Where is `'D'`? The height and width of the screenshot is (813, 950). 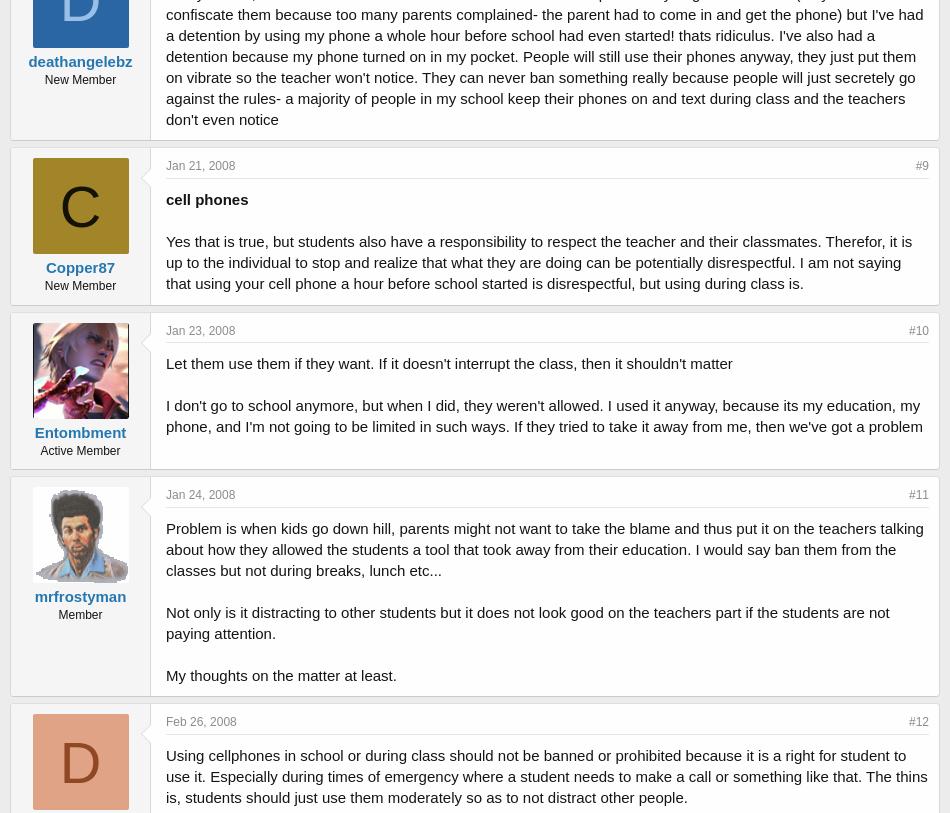
'D' is located at coordinates (79, 763).